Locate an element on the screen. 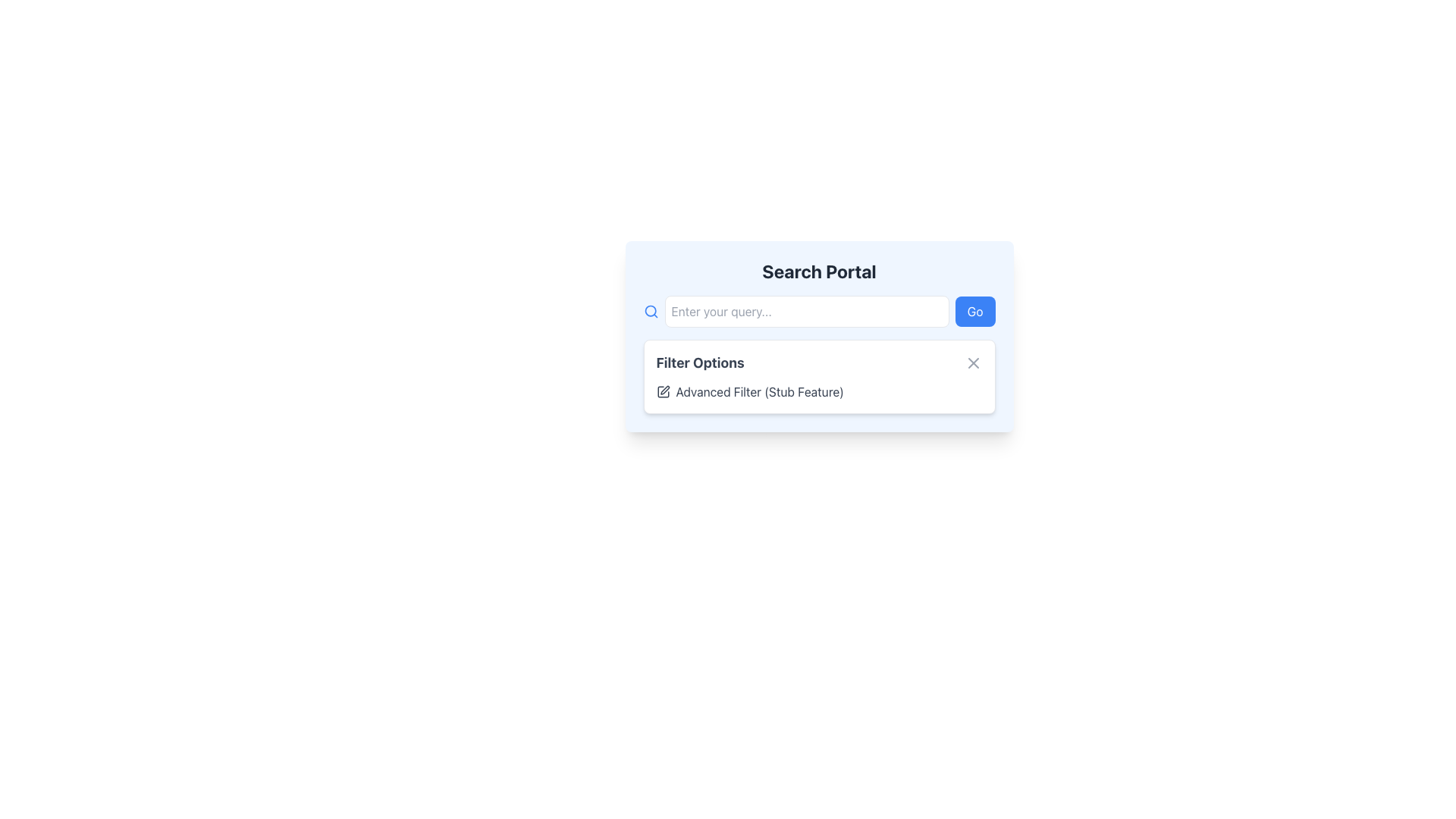 Image resolution: width=1456 pixels, height=819 pixels. the label reading 'Advanced Filter (Stub Feature)' located under the 'Filter Options' section is located at coordinates (818, 391).